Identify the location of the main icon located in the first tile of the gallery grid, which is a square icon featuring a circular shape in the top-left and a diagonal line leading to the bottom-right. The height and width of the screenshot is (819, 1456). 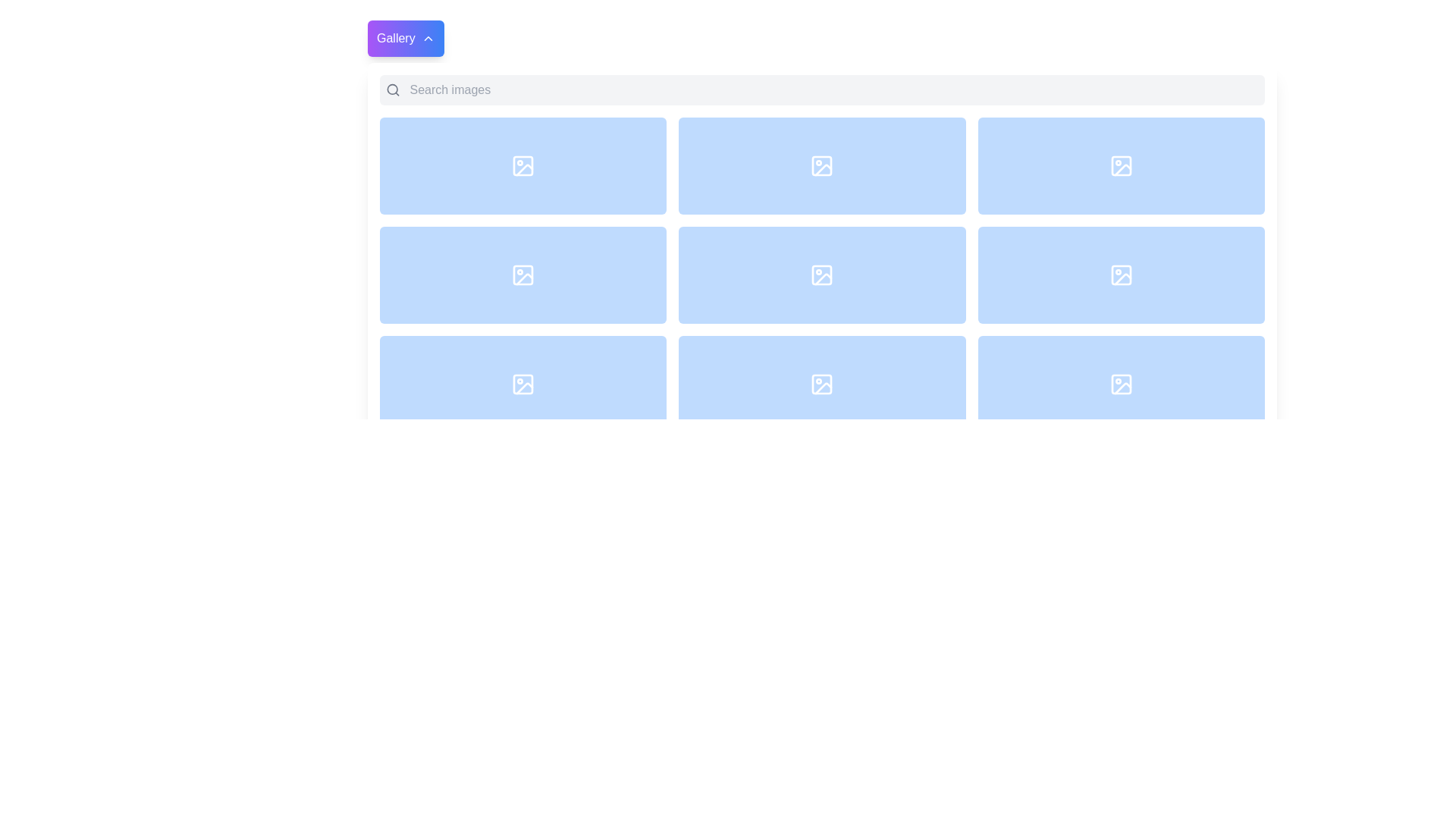
(523, 166).